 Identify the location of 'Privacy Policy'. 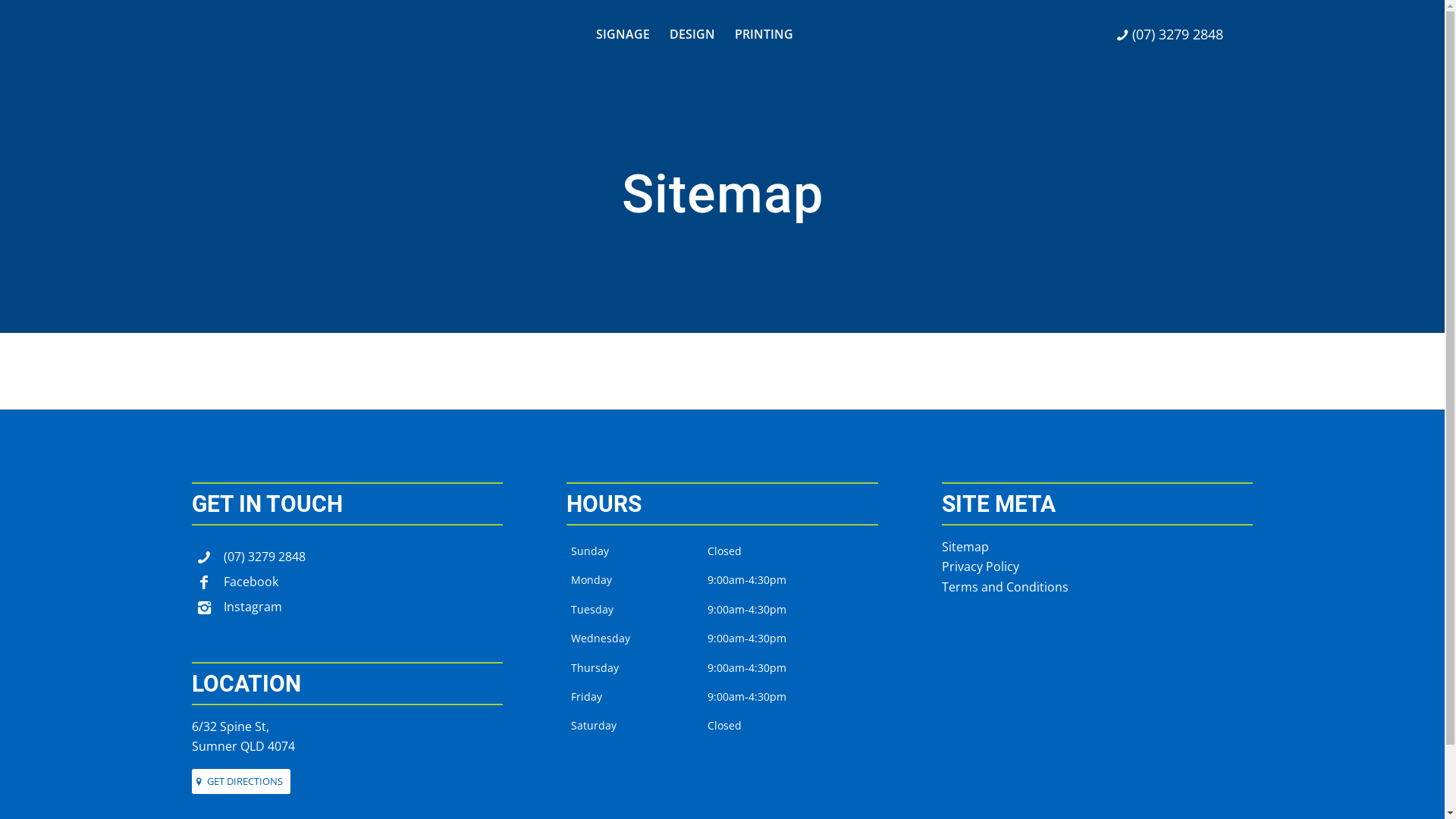
(980, 566).